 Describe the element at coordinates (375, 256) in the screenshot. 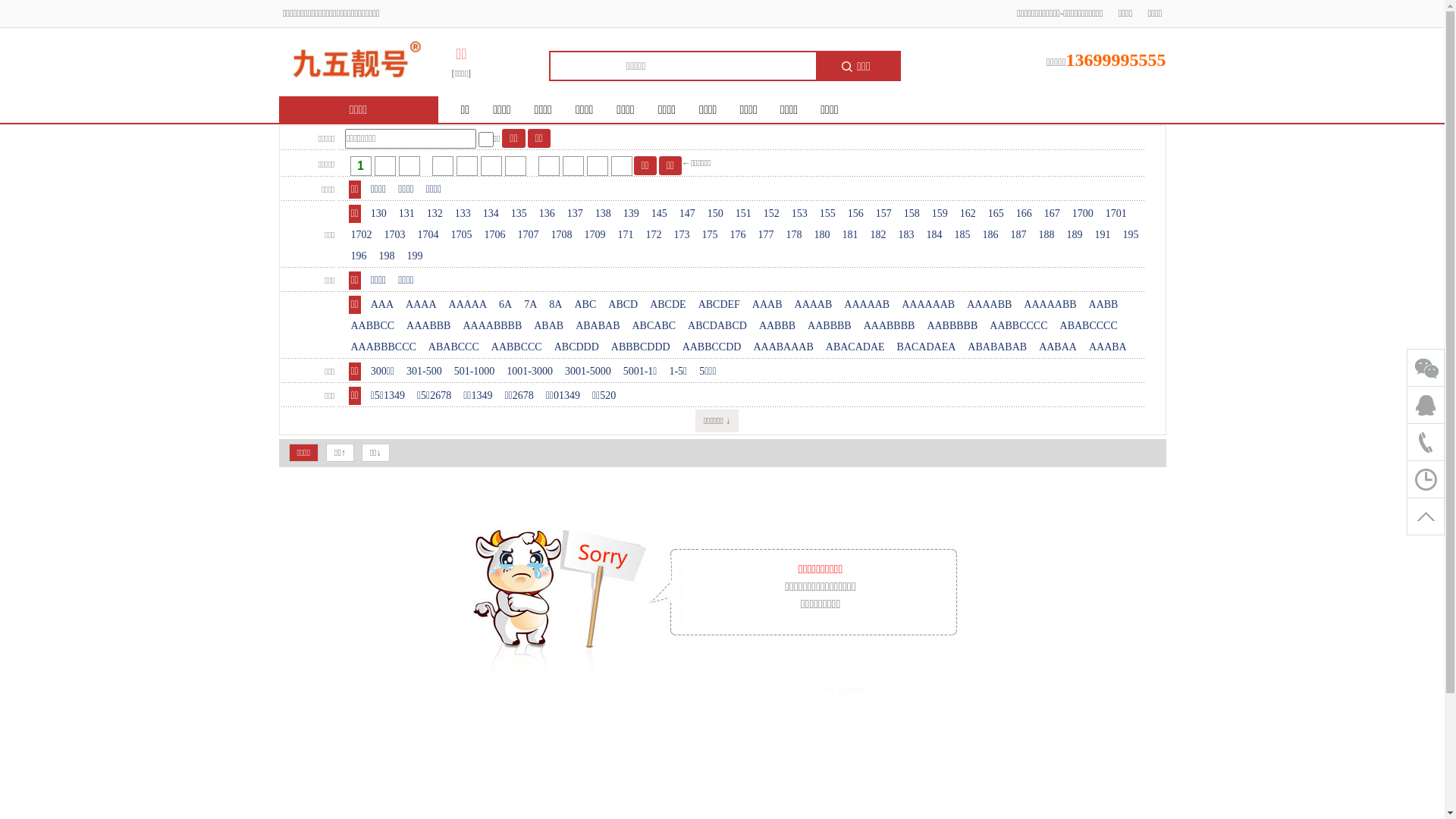

I see `'198'` at that location.